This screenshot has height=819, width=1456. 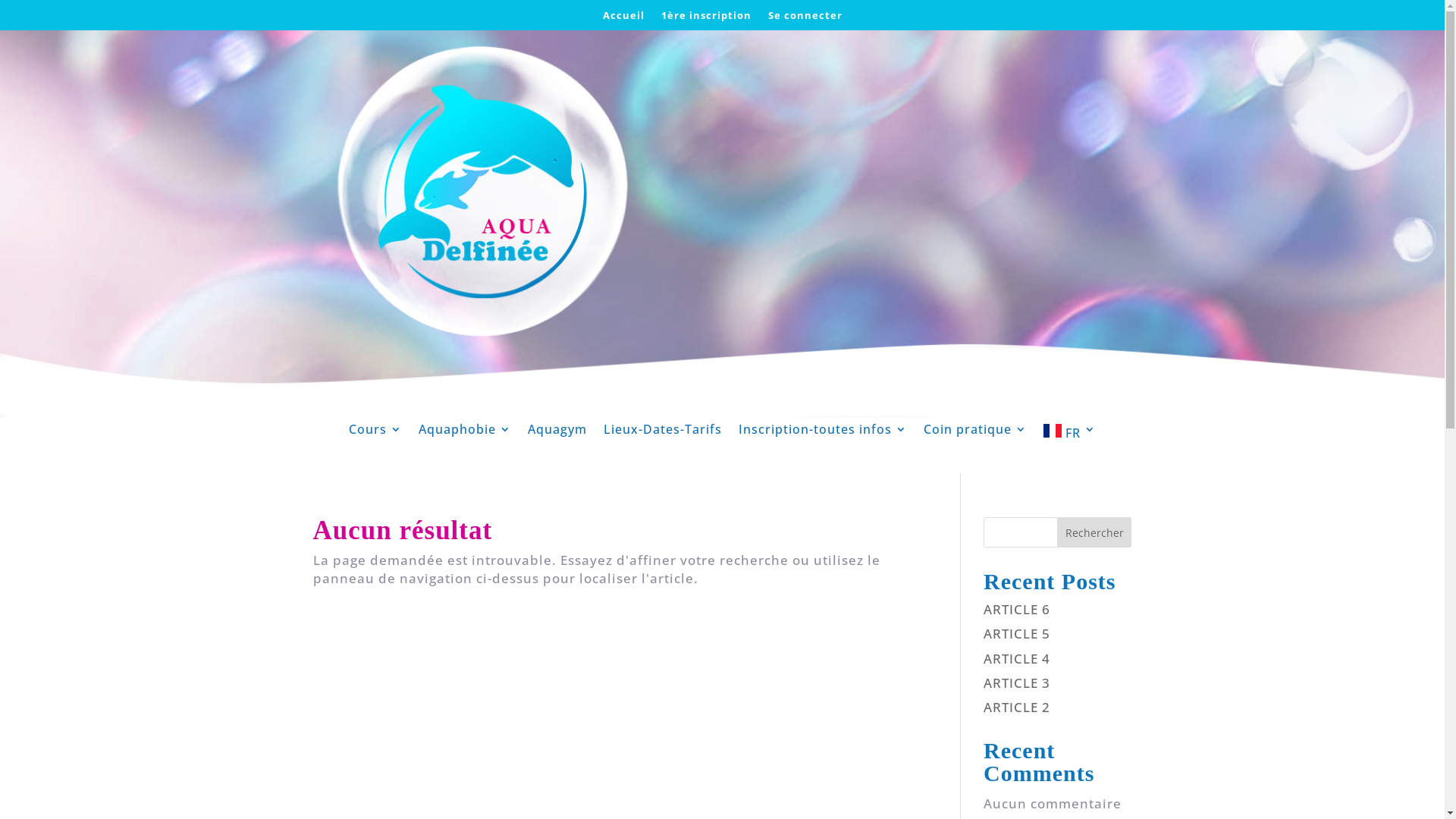 What do you see at coordinates (803, 17) in the screenshot?
I see `'Se connecter'` at bounding box center [803, 17].